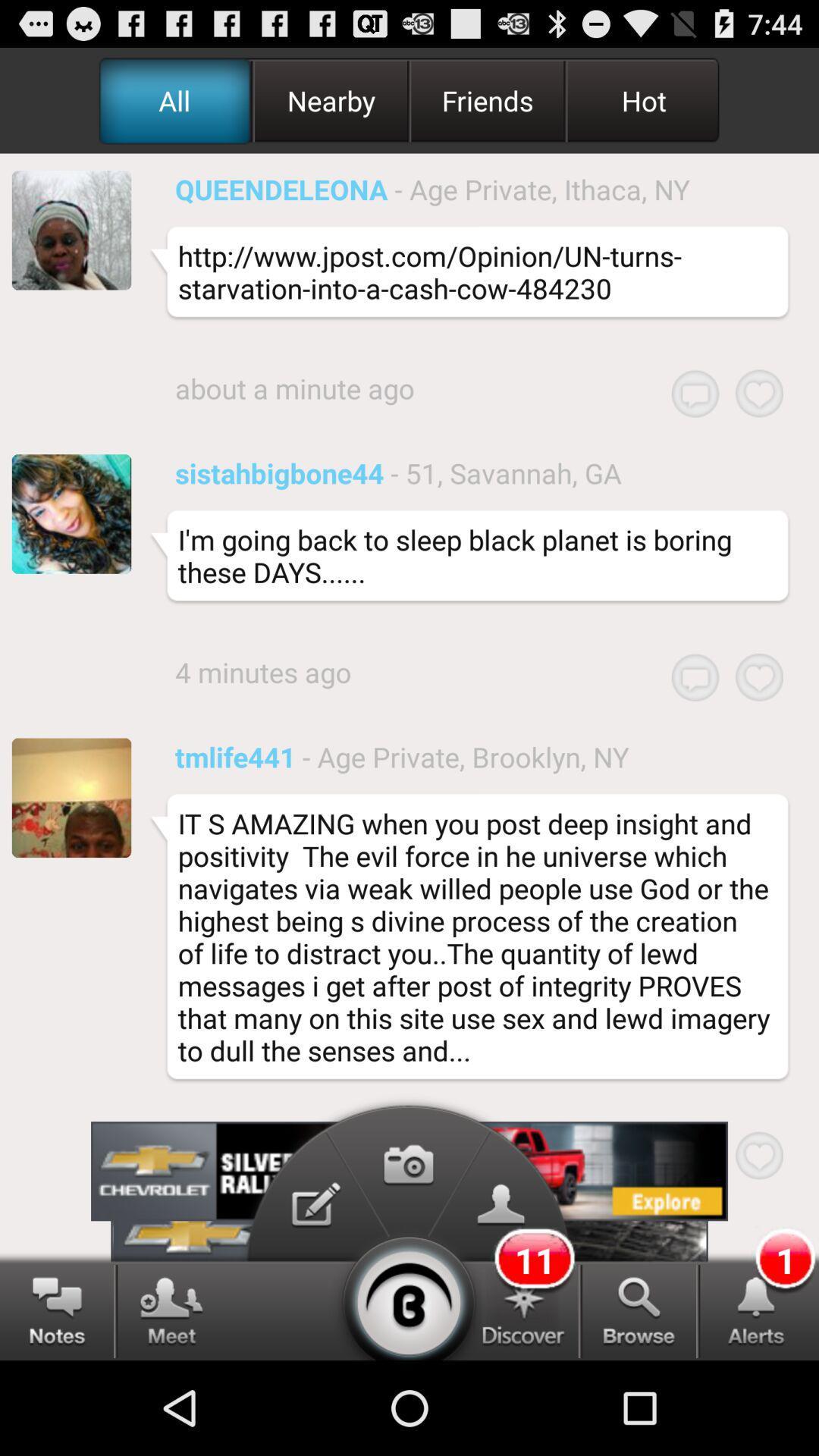 Image resolution: width=819 pixels, height=1456 pixels. I want to click on the notifications icon, so click(757, 1401).